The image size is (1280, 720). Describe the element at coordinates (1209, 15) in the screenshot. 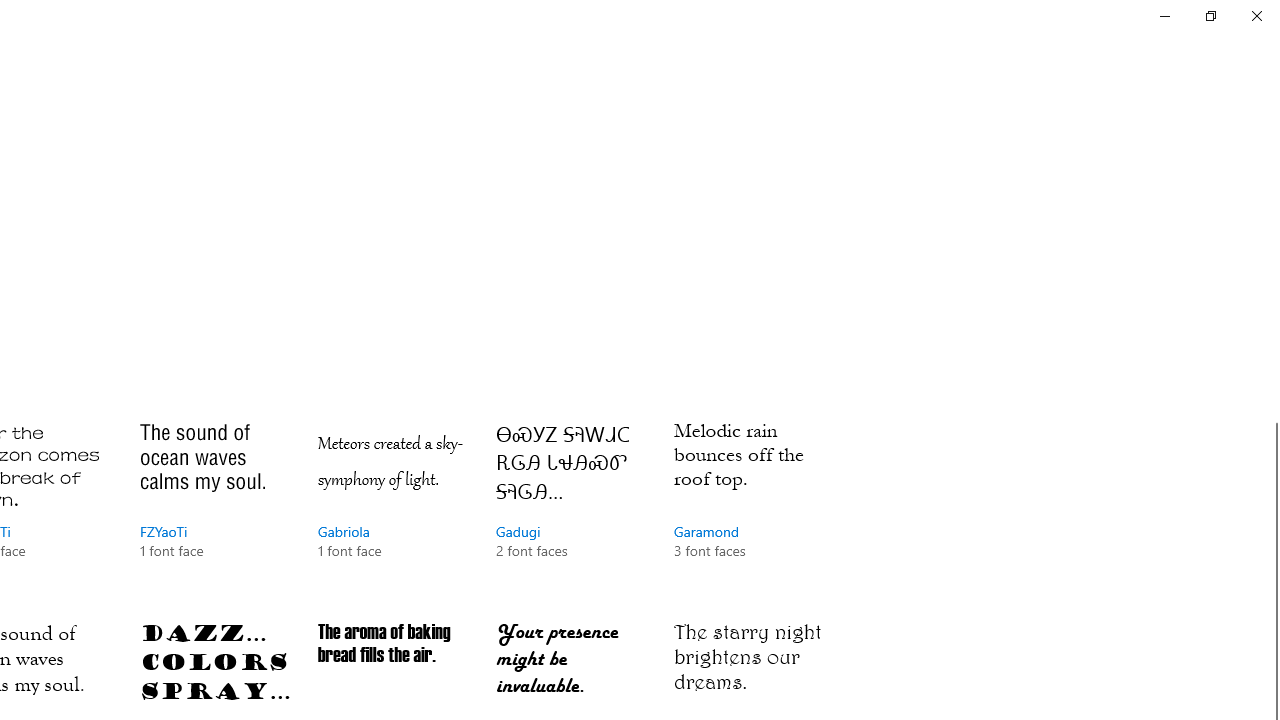

I see `'Restore Settings'` at that location.